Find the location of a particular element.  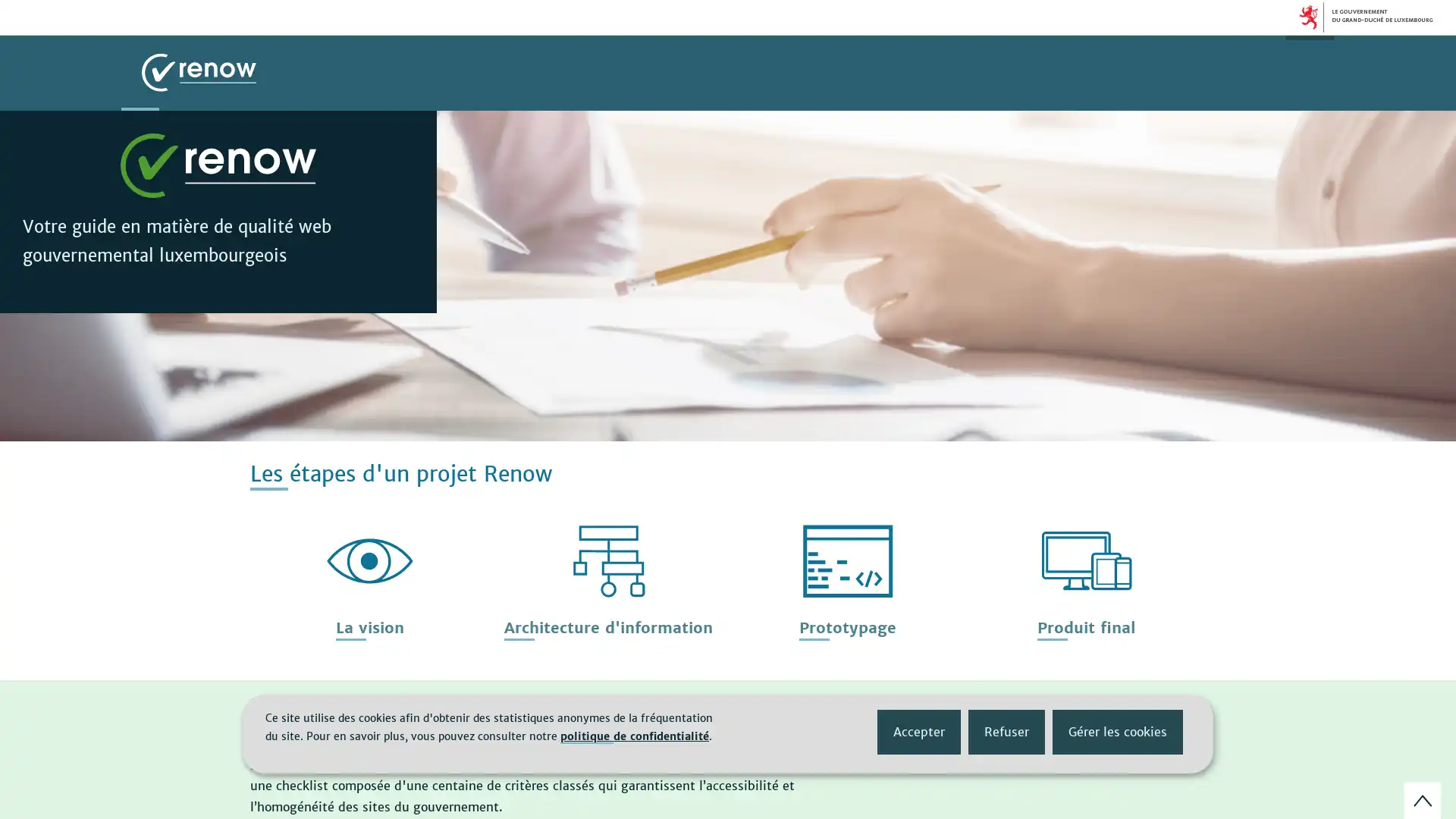

Gerer les cookies is located at coordinates (1117, 730).